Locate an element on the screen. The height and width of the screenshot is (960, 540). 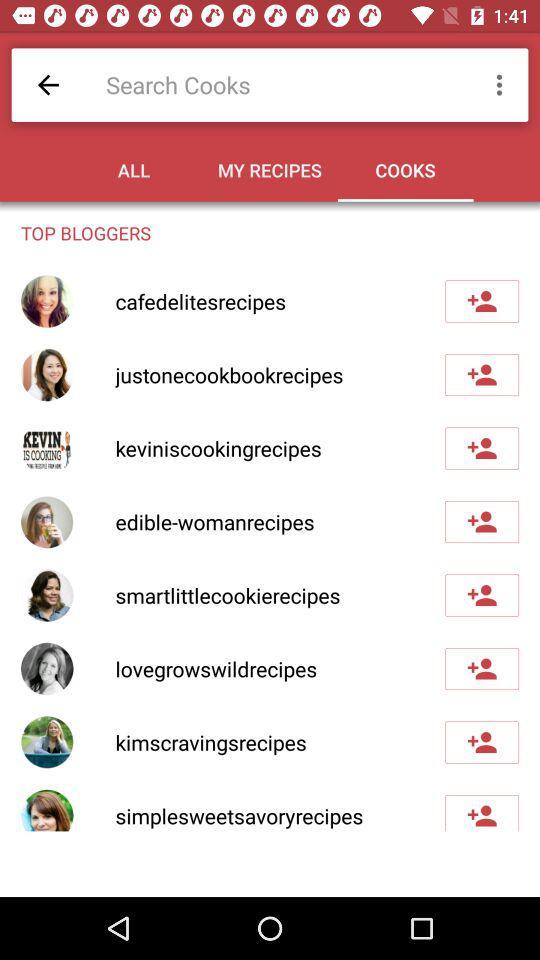
return to previous is located at coordinates (48, 85).